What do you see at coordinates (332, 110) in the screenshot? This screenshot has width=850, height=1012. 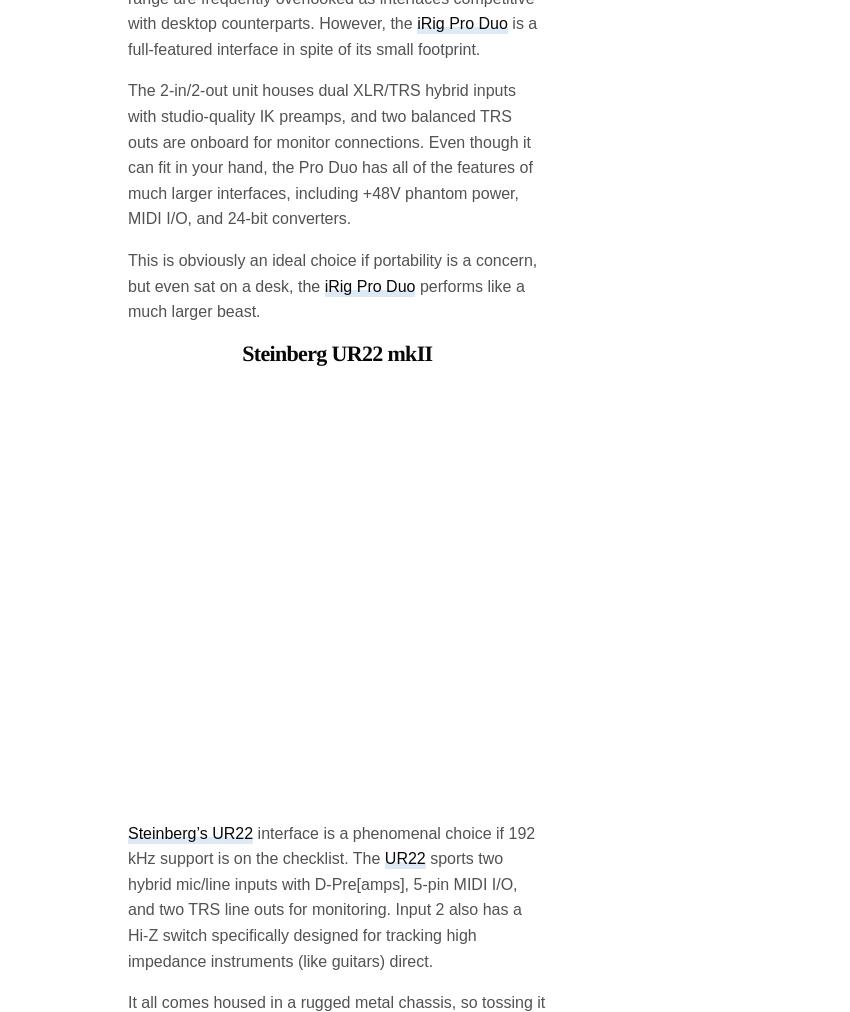 I see `'This is obviously an ideal choice if portability is a concern, but even sat on a desk, the'` at bounding box center [332, 110].